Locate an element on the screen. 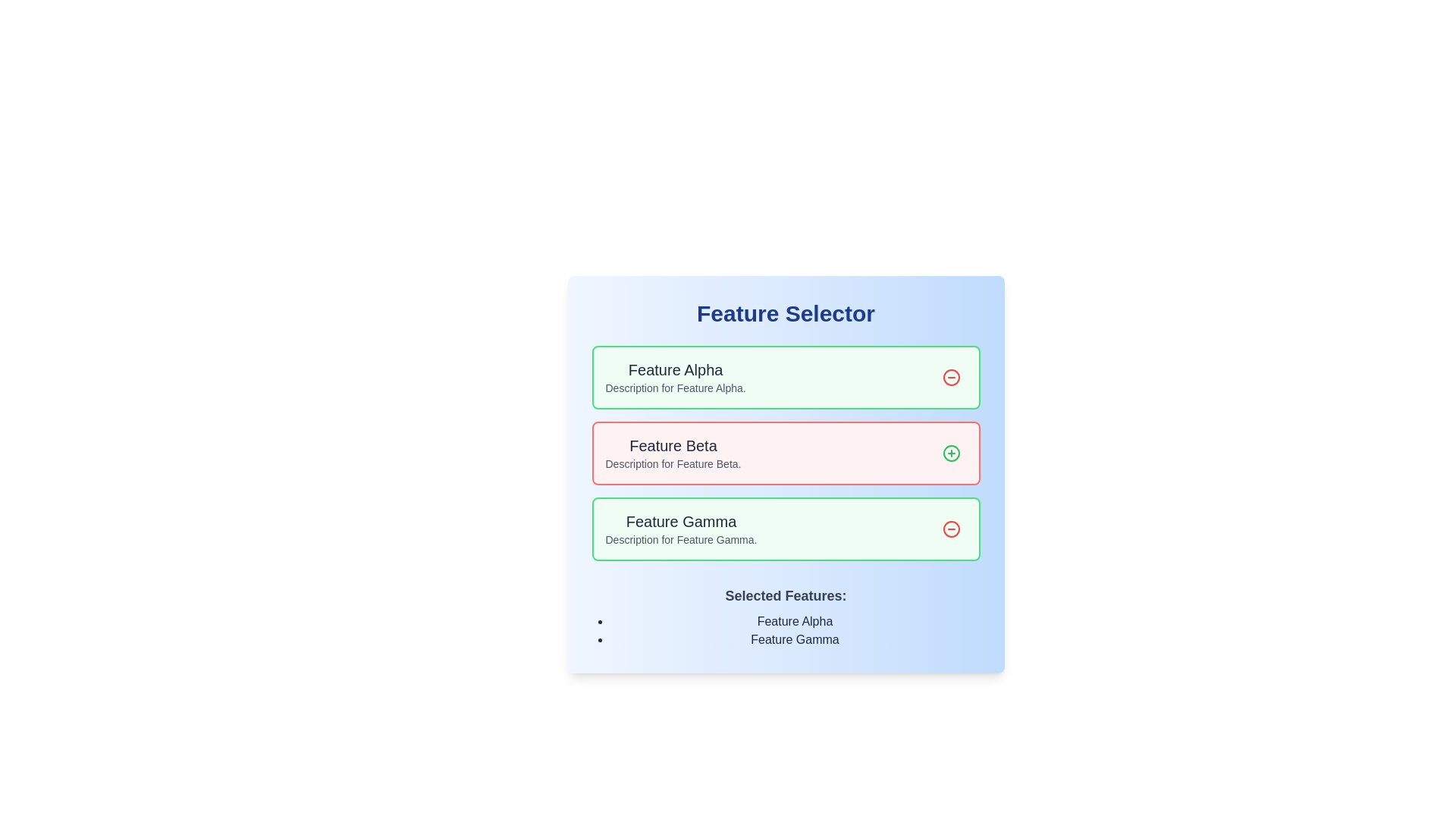 This screenshot has width=1456, height=819. the text element that reads 'Description for Feature Beta', which is styled in gray and located below the 'Feature Beta' heading is located at coordinates (673, 463).